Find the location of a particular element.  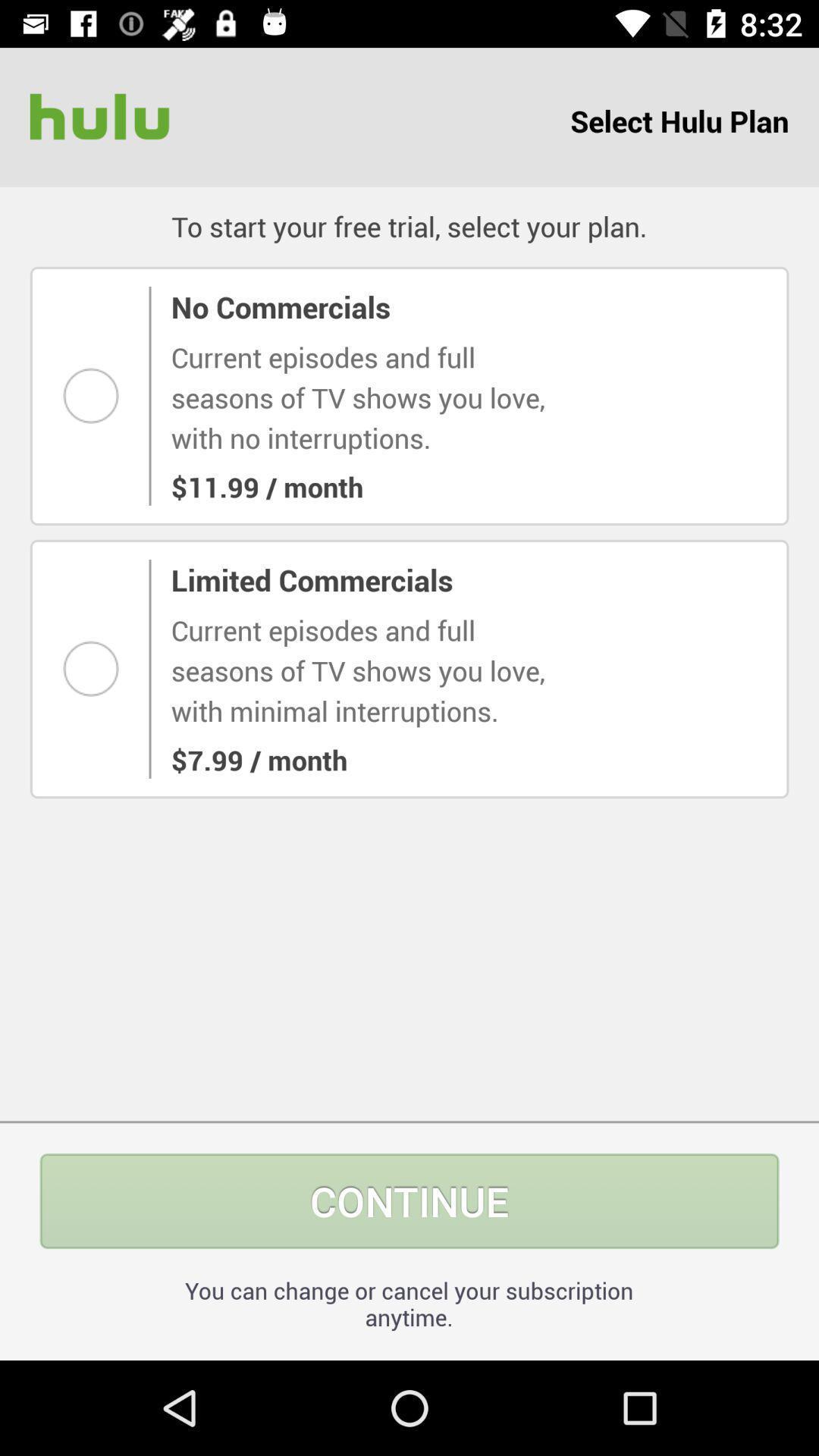

option button is located at coordinates (96, 668).